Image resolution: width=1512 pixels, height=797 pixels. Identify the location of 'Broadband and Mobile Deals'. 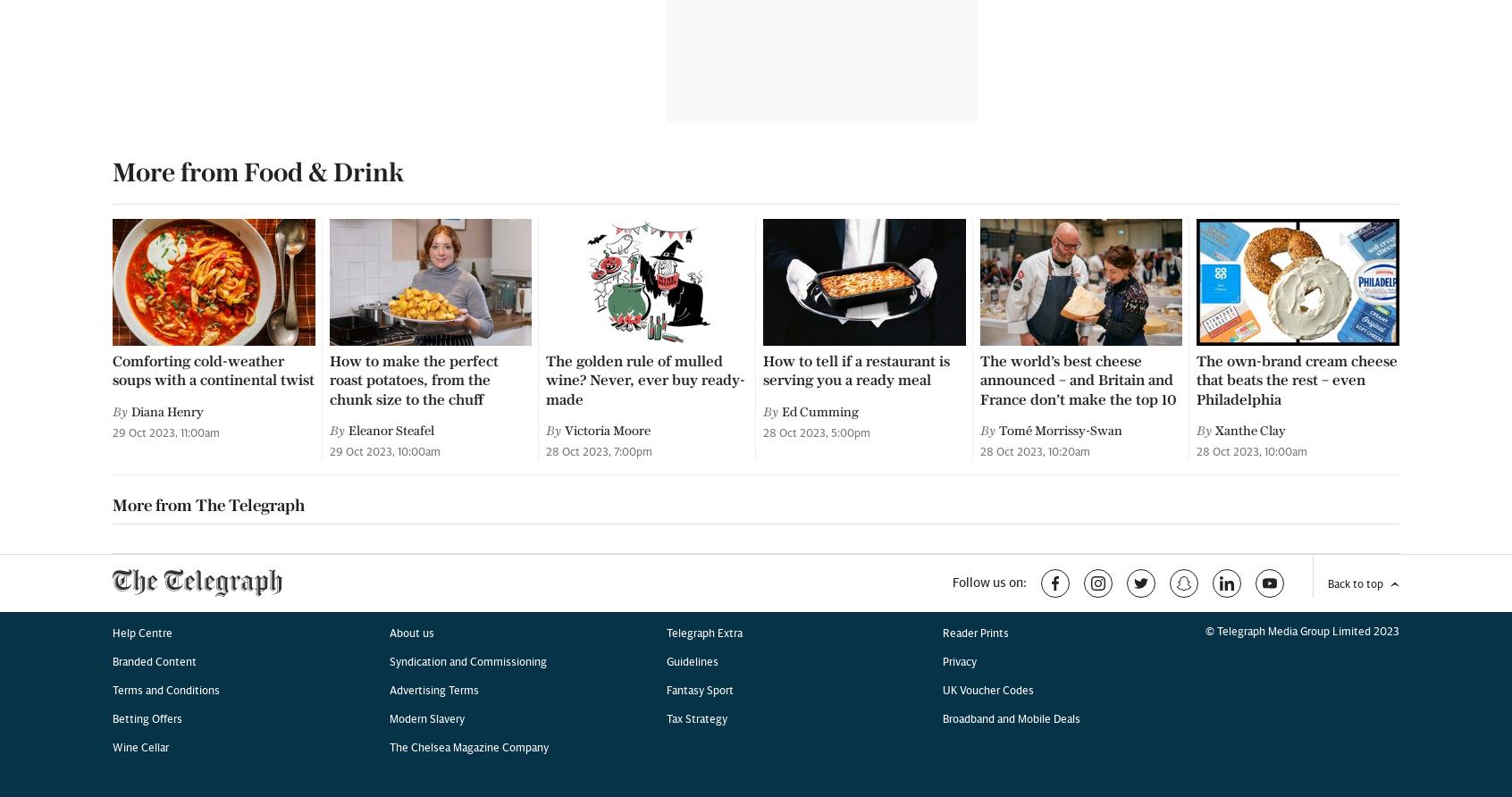
(1010, 129).